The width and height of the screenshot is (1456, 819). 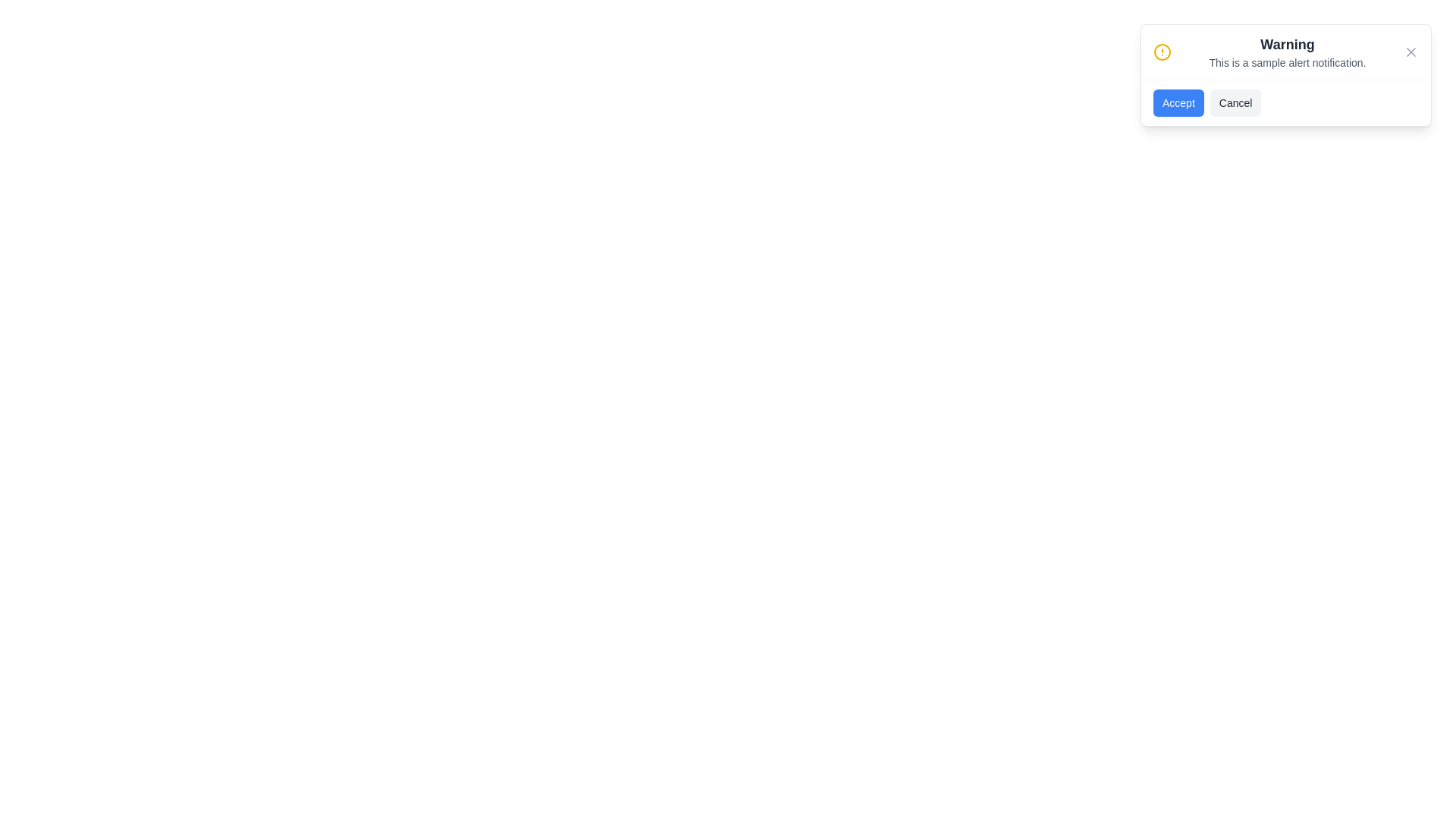 I want to click on text displayed in the alert notification that says 'This is a sample alert notification.' which is located below the 'Warning' title, so click(x=1287, y=62).